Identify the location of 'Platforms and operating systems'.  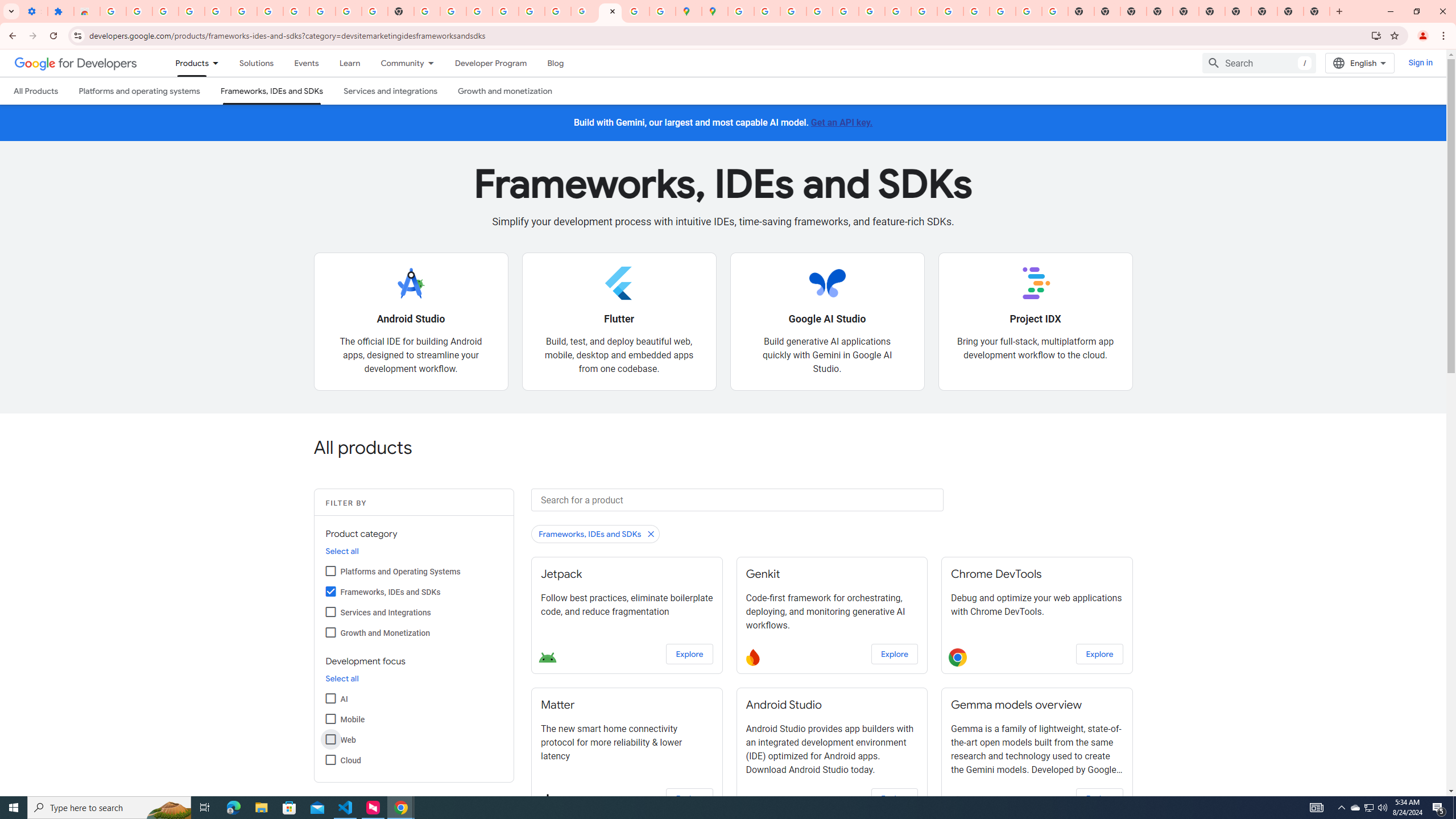
(139, 90).